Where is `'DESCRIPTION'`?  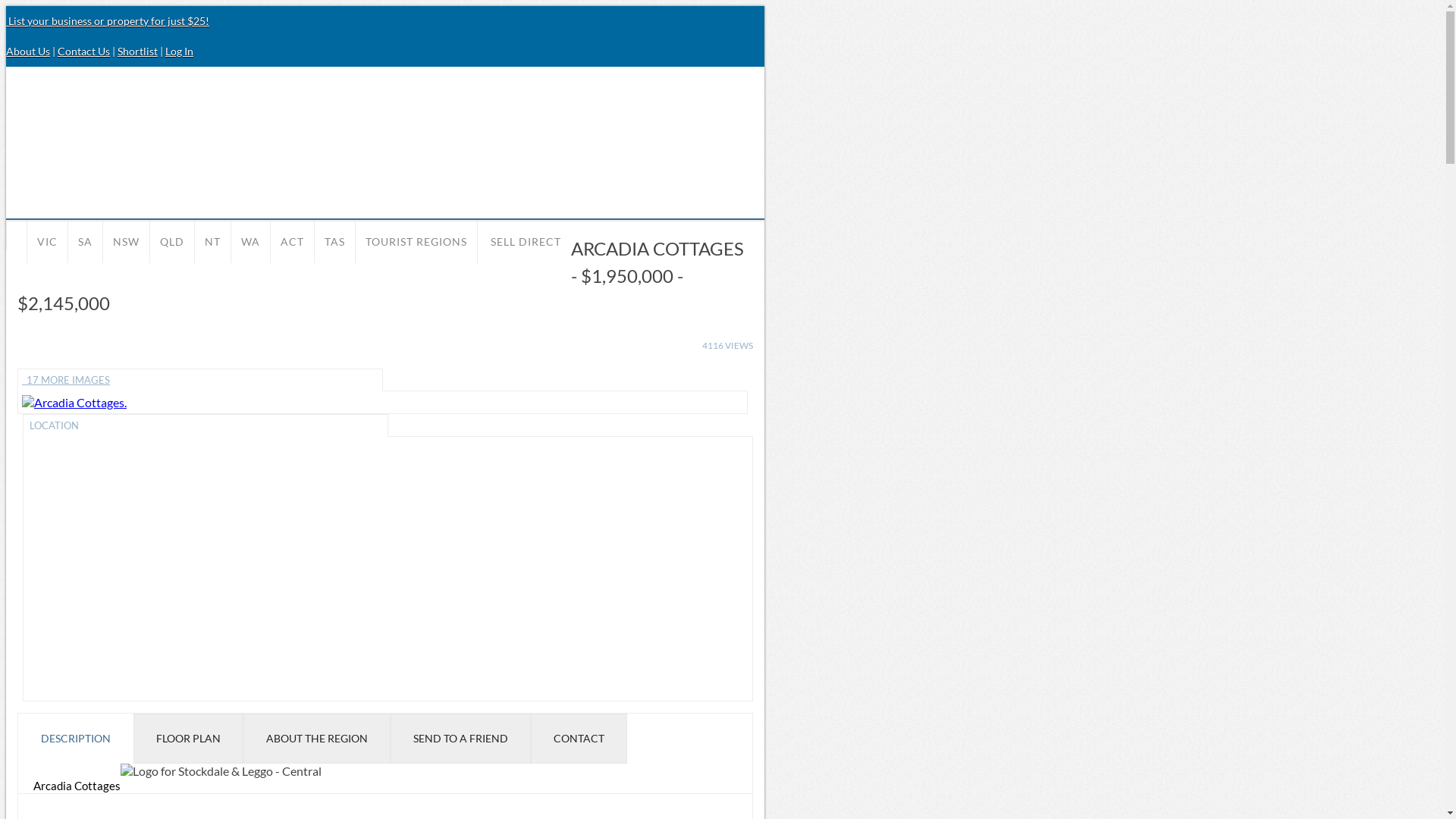
'DESCRIPTION' is located at coordinates (75, 738).